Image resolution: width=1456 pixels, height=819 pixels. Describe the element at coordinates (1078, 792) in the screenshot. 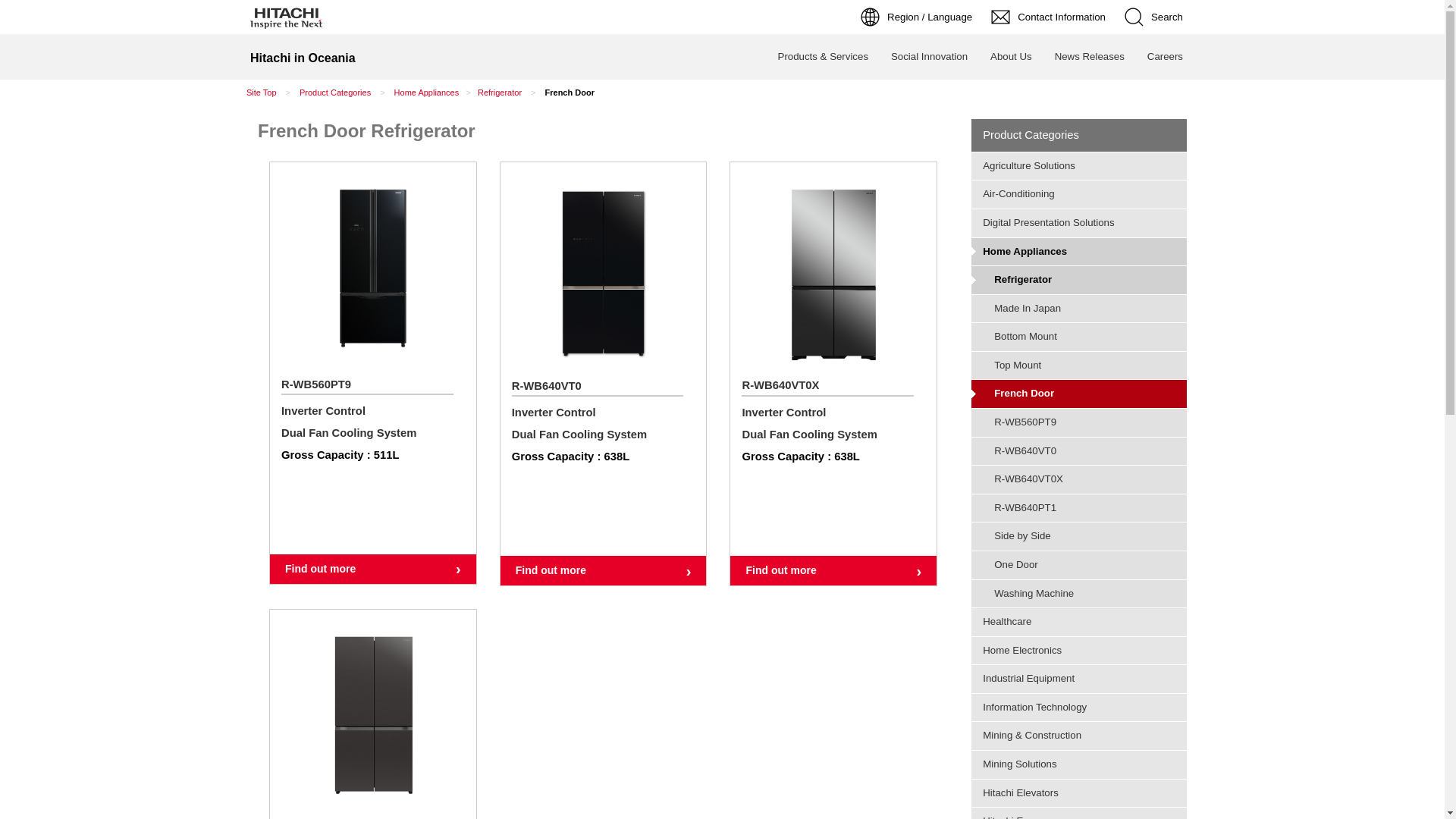

I see `'Hitachi Elevators'` at that location.